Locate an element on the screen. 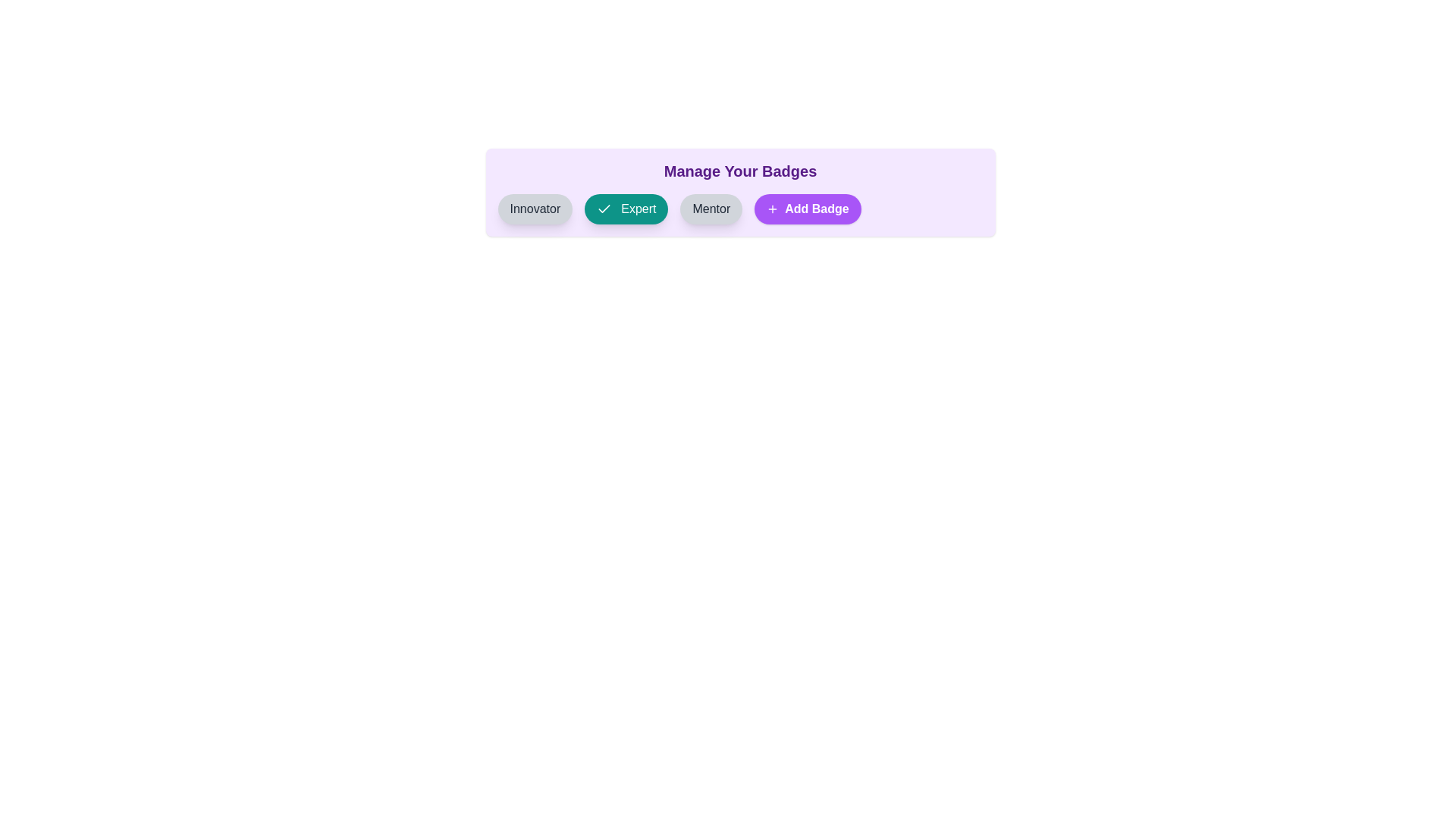  the badge labeled Mentor to observe its hover effect is located at coordinates (711, 209).